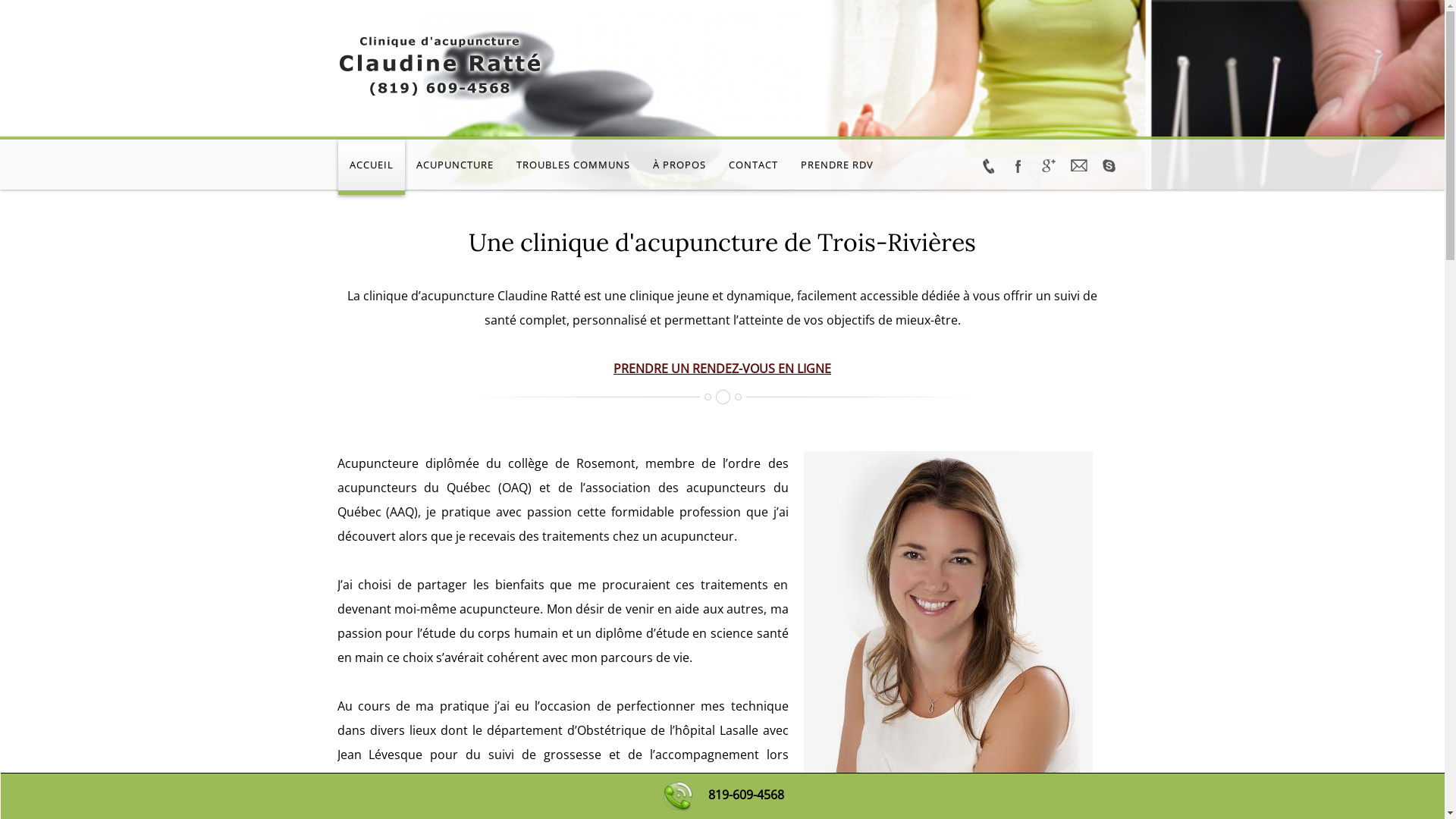 This screenshot has width=1456, height=819. What do you see at coordinates (987, 166) in the screenshot?
I see `'Twitter'` at bounding box center [987, 166].